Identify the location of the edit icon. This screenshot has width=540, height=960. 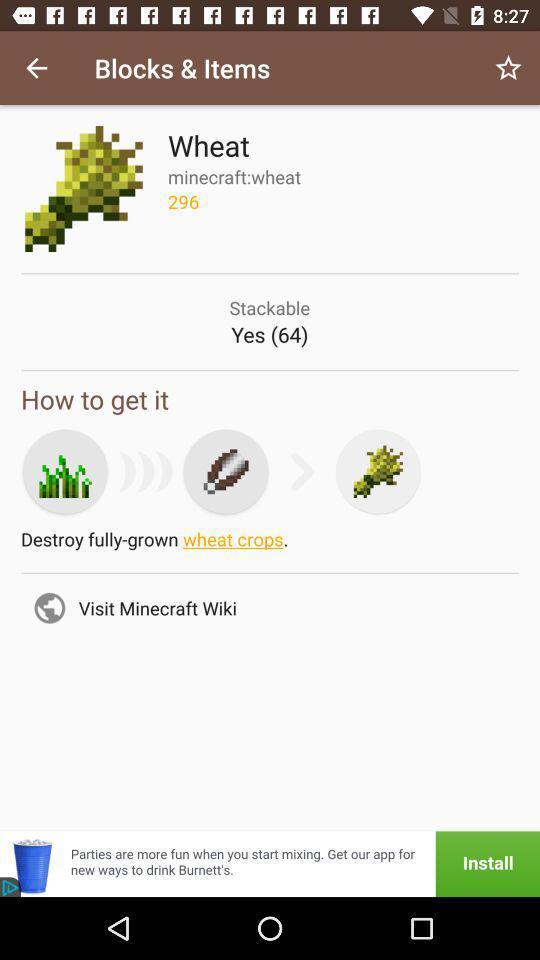
(225, 471).